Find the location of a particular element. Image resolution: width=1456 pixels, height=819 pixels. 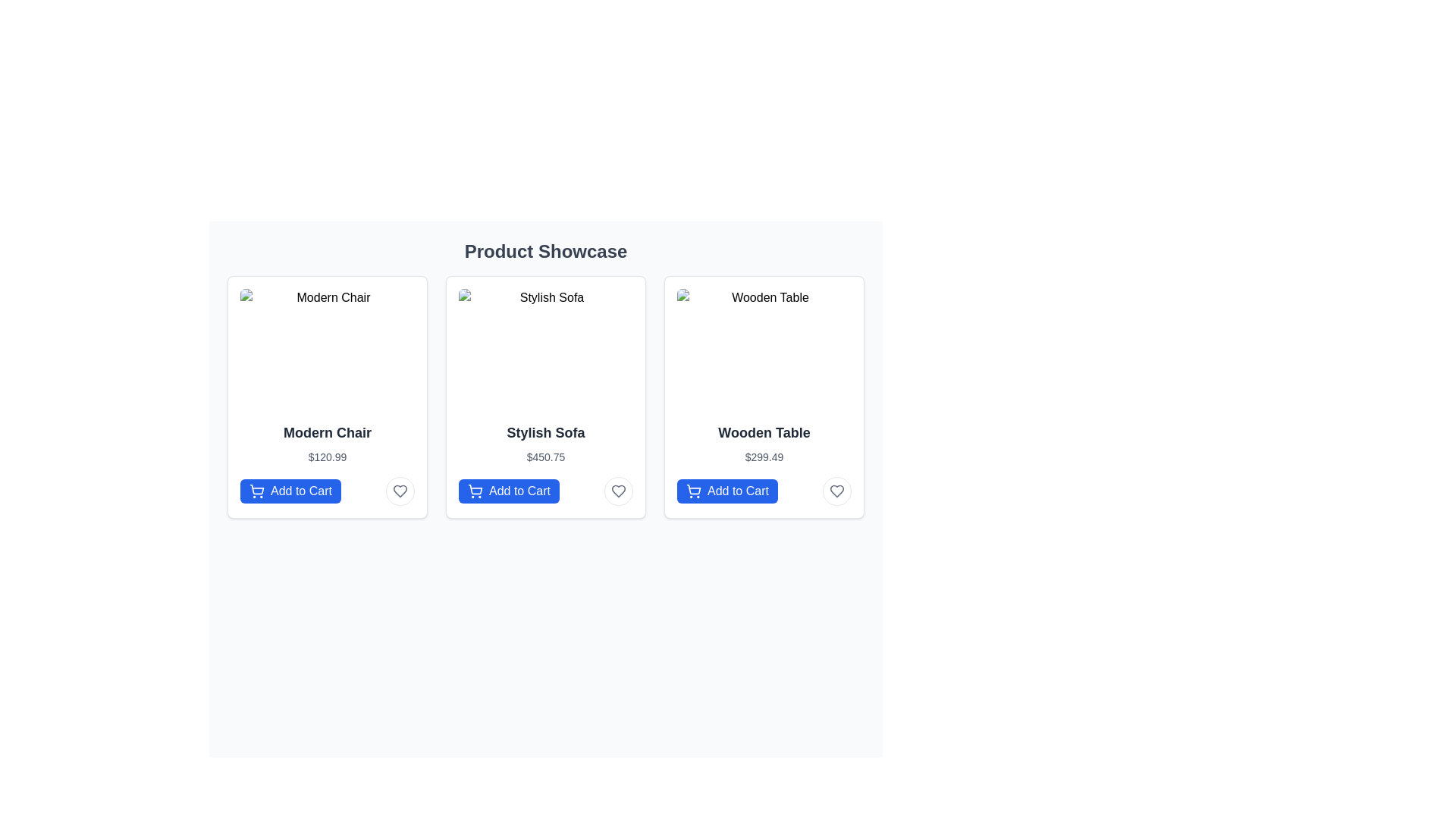

the 'Add to Cart' button for the Wooden Table product located in the third column of the product showcase grid is located at coordinates (726, 491).